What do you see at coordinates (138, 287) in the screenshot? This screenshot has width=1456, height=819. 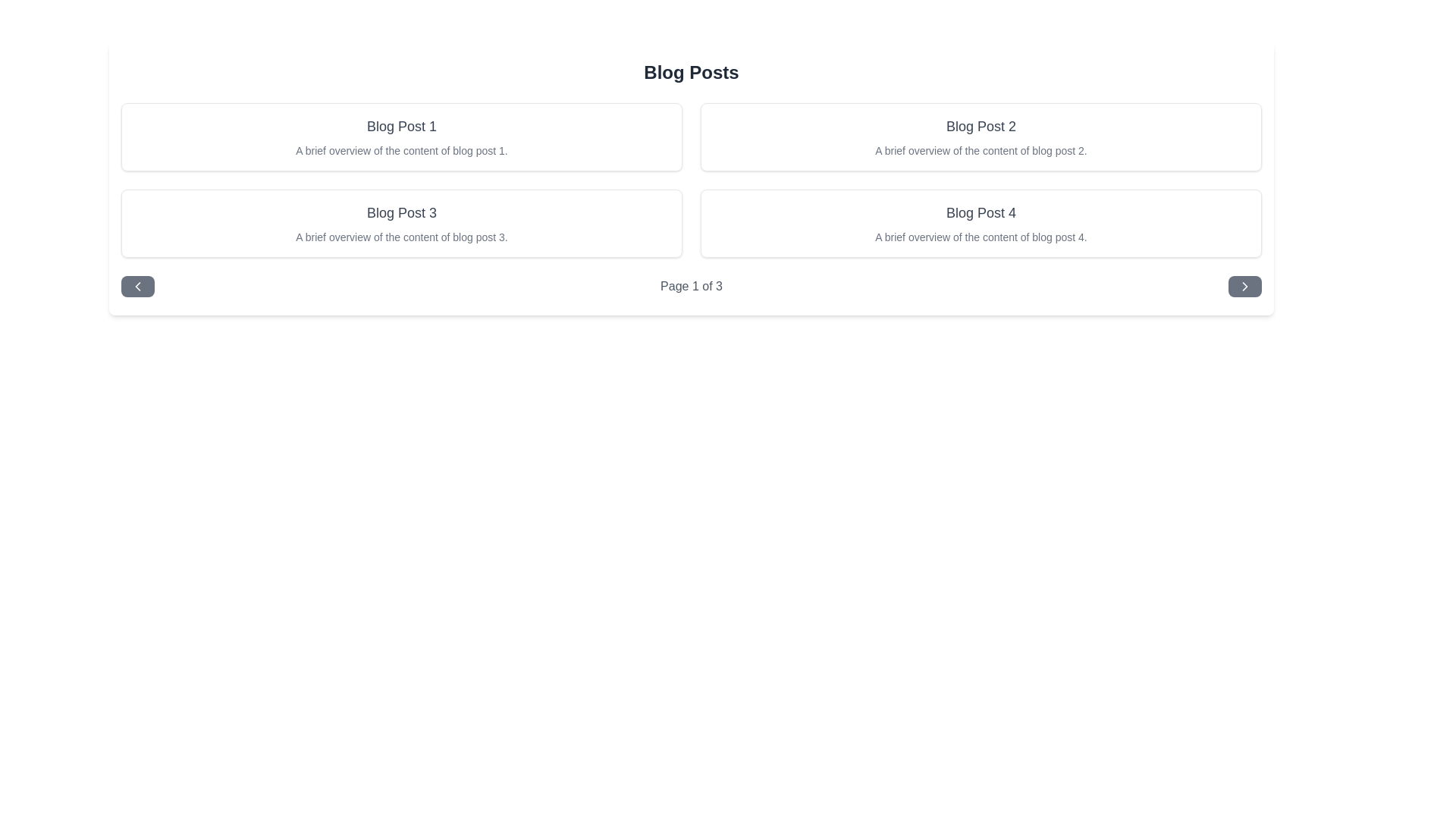 I see `the leftward-pointing chevron icon button located at the far left side of the navigation footer bar` at bounding box center [138, 287].